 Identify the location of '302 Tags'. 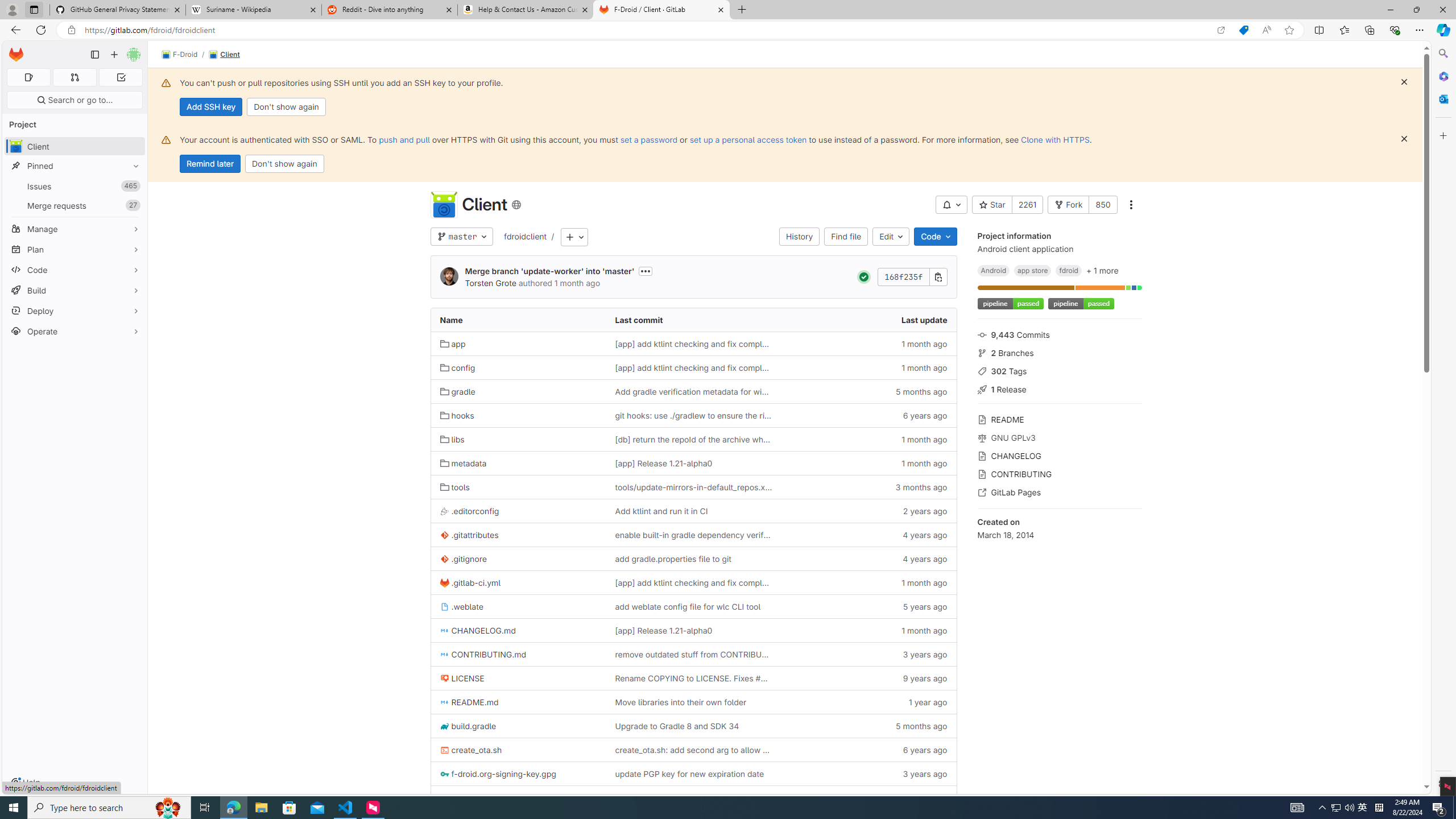
(1059, 370).